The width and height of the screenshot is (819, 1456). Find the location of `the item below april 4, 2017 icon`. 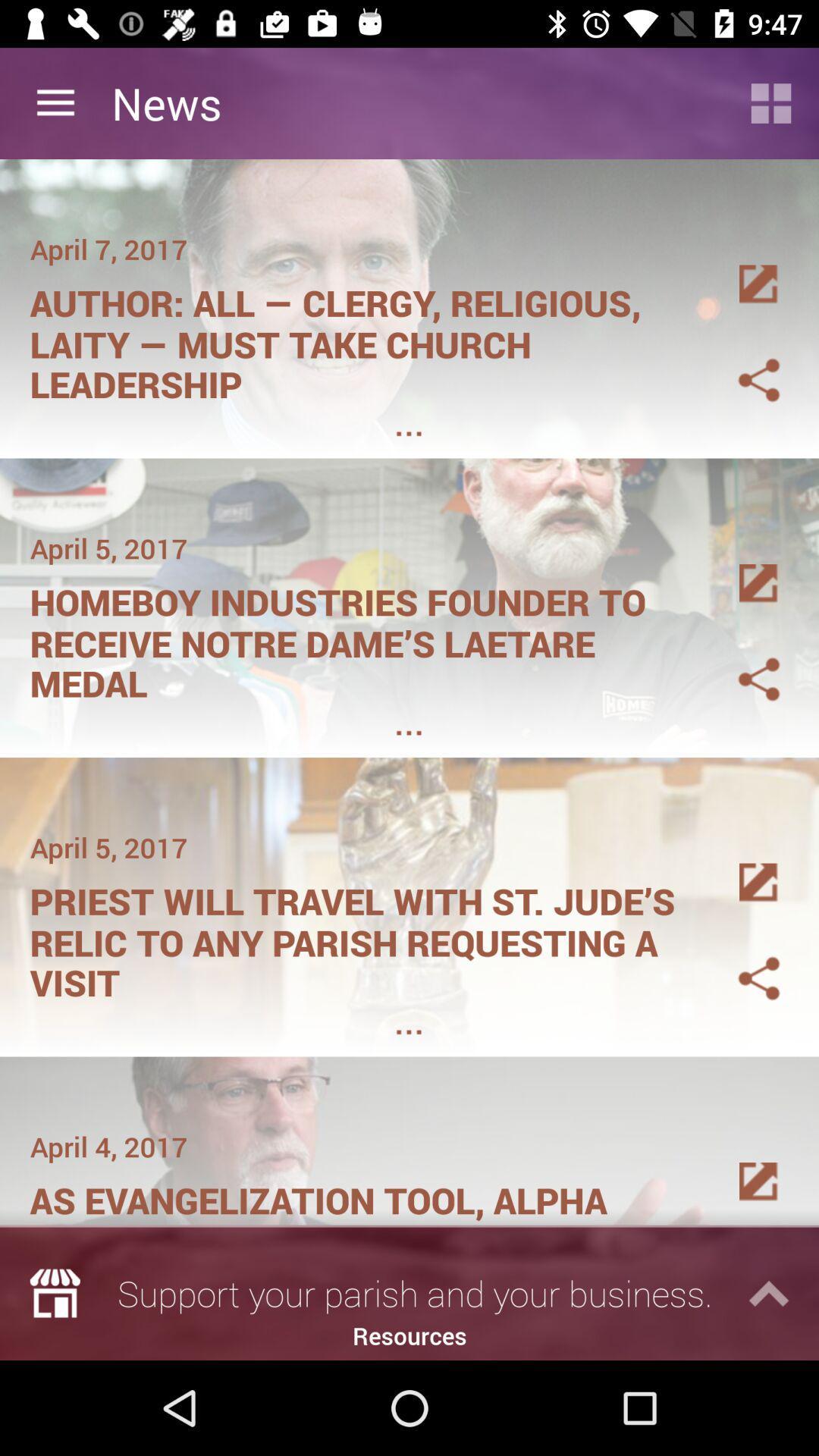

the item below april 4, 2017 icon is located at coordinates (362, 1194).